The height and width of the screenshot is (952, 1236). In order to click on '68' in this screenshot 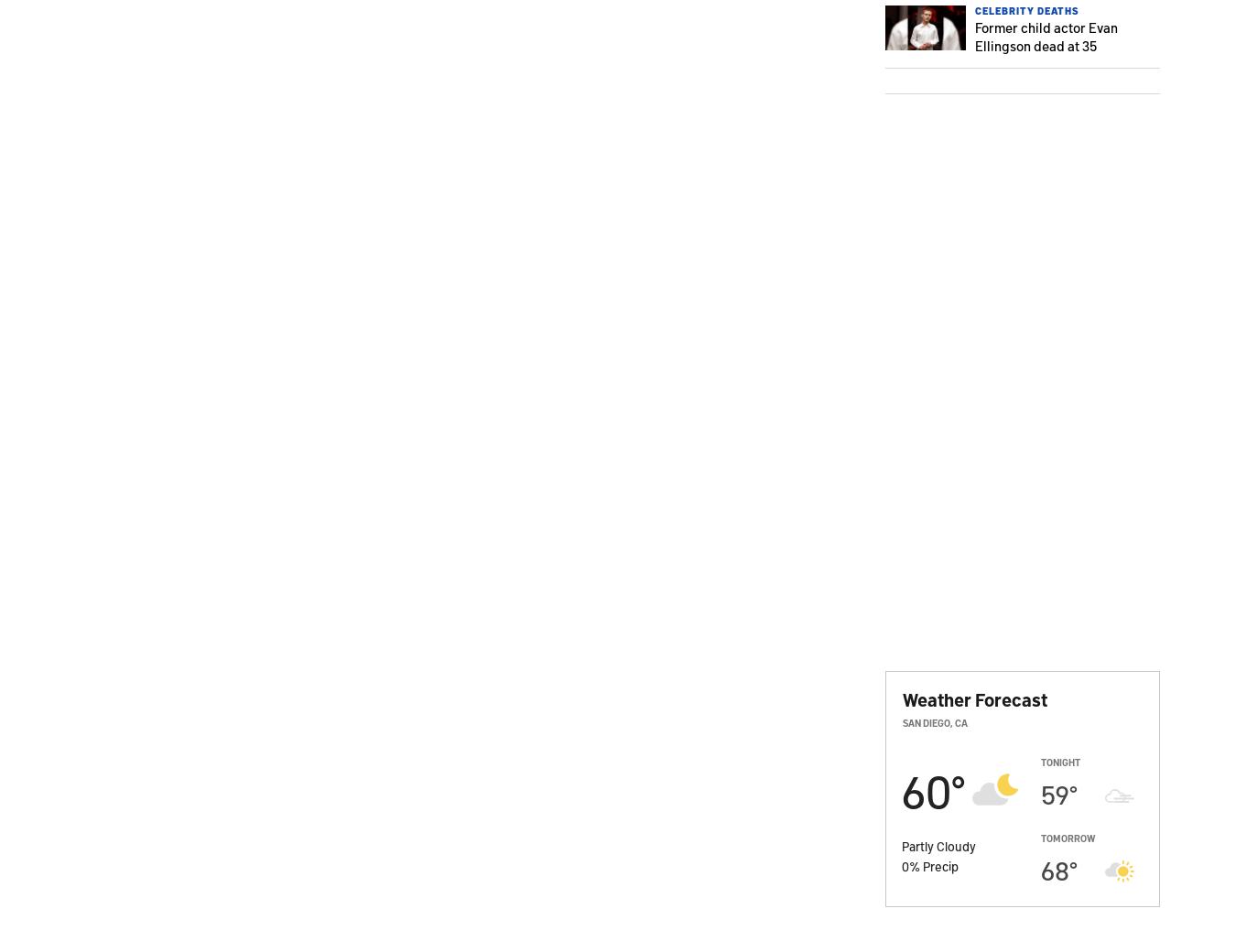, I will do `click(1054, 870)`.